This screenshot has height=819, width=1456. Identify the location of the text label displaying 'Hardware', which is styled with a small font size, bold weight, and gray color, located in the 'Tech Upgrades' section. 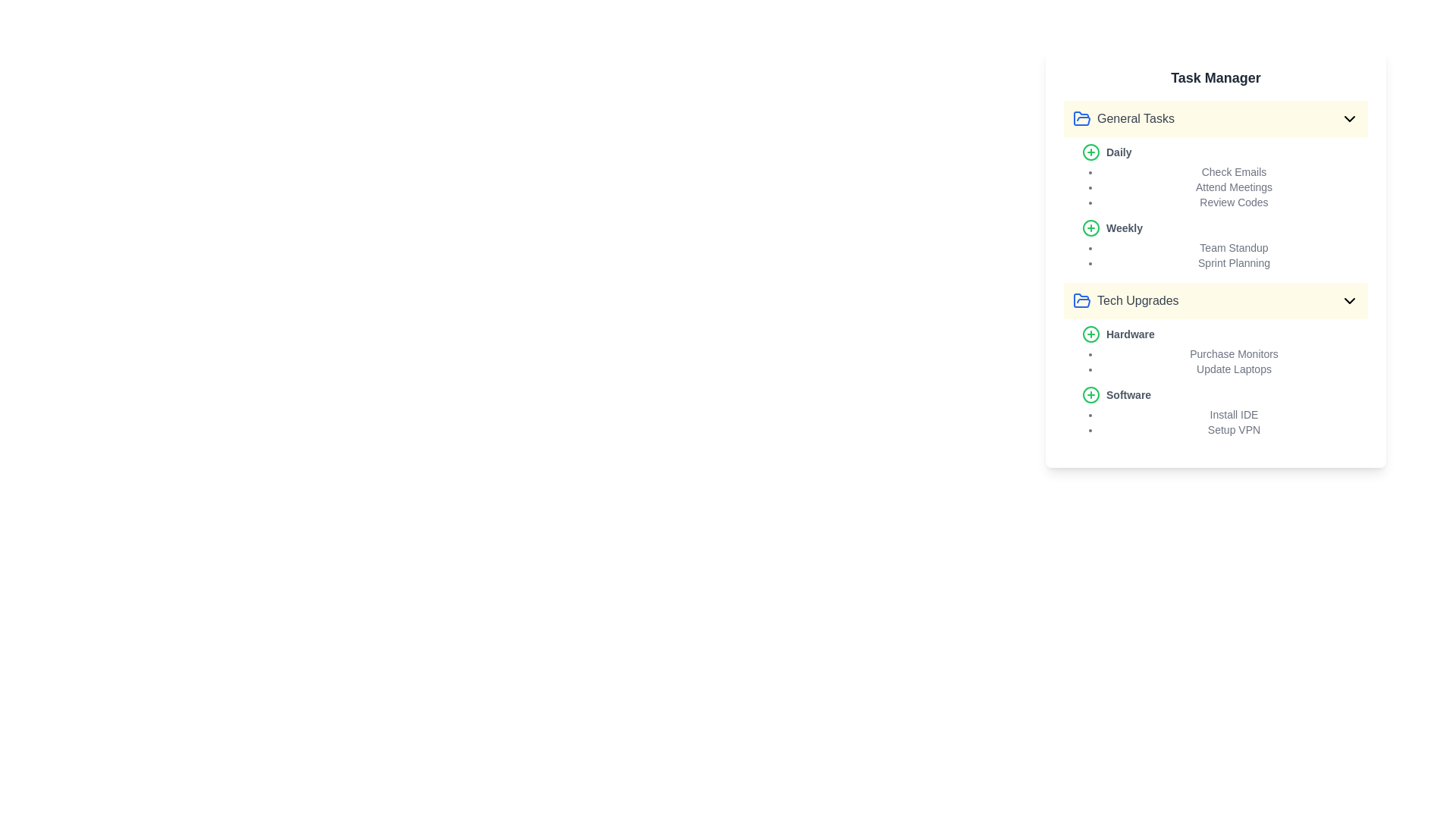
(1130, 333).